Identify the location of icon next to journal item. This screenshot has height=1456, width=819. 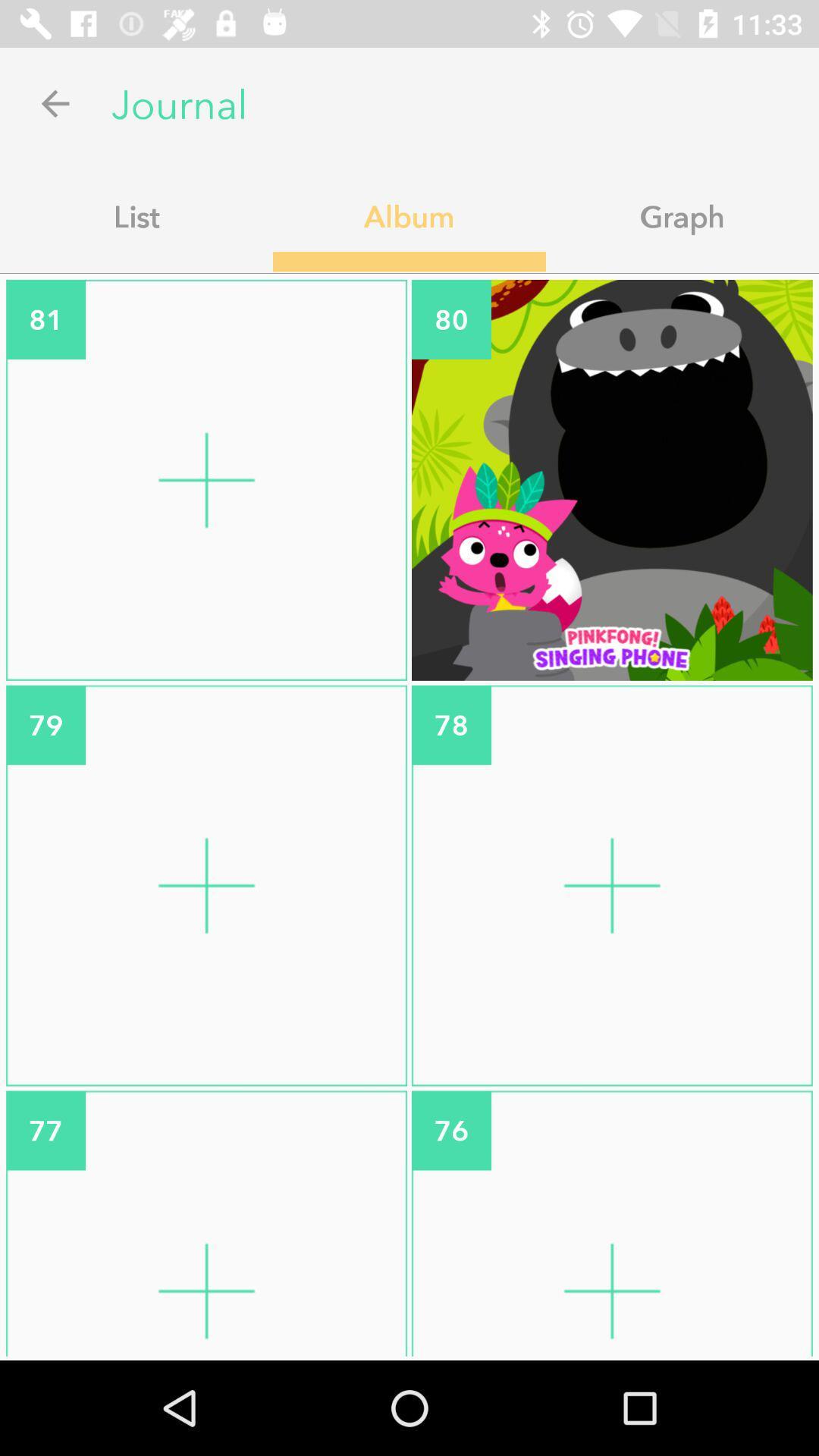
(55, 102).